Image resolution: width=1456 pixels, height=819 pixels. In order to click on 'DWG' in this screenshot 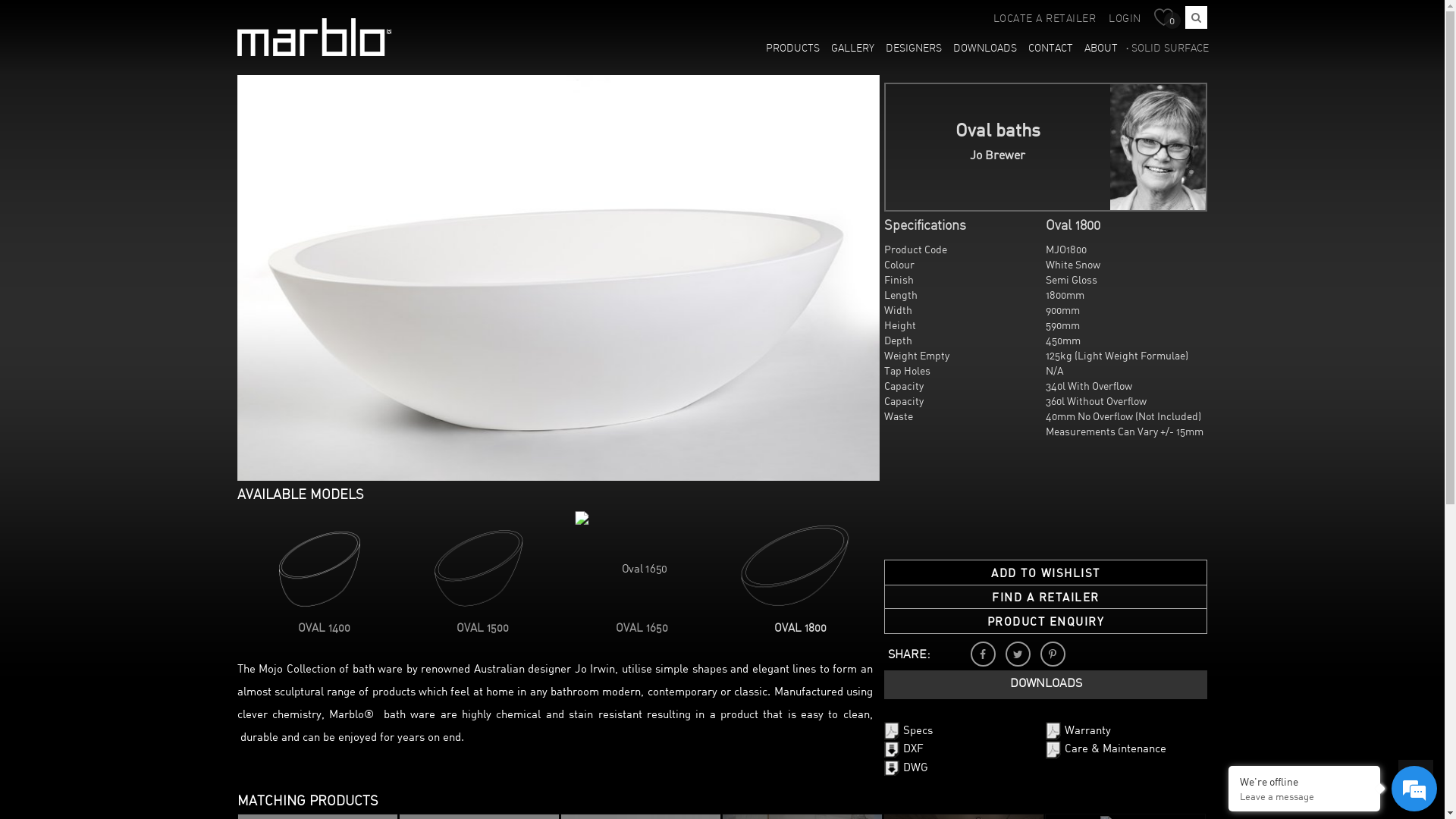, I will do `click(906, 767)`.